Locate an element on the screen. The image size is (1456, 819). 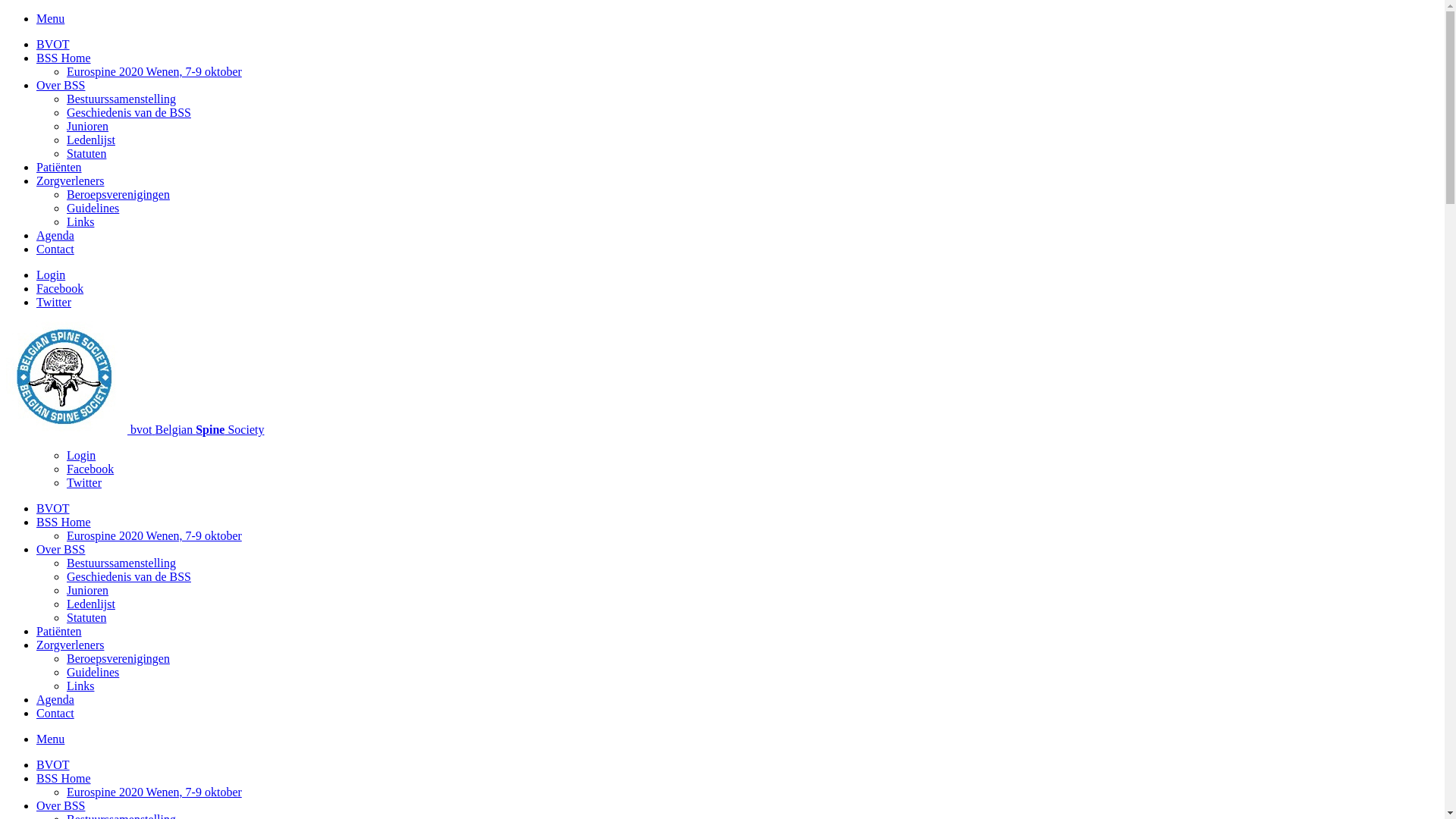
'Agenda' is located at coordinates (55, 699).